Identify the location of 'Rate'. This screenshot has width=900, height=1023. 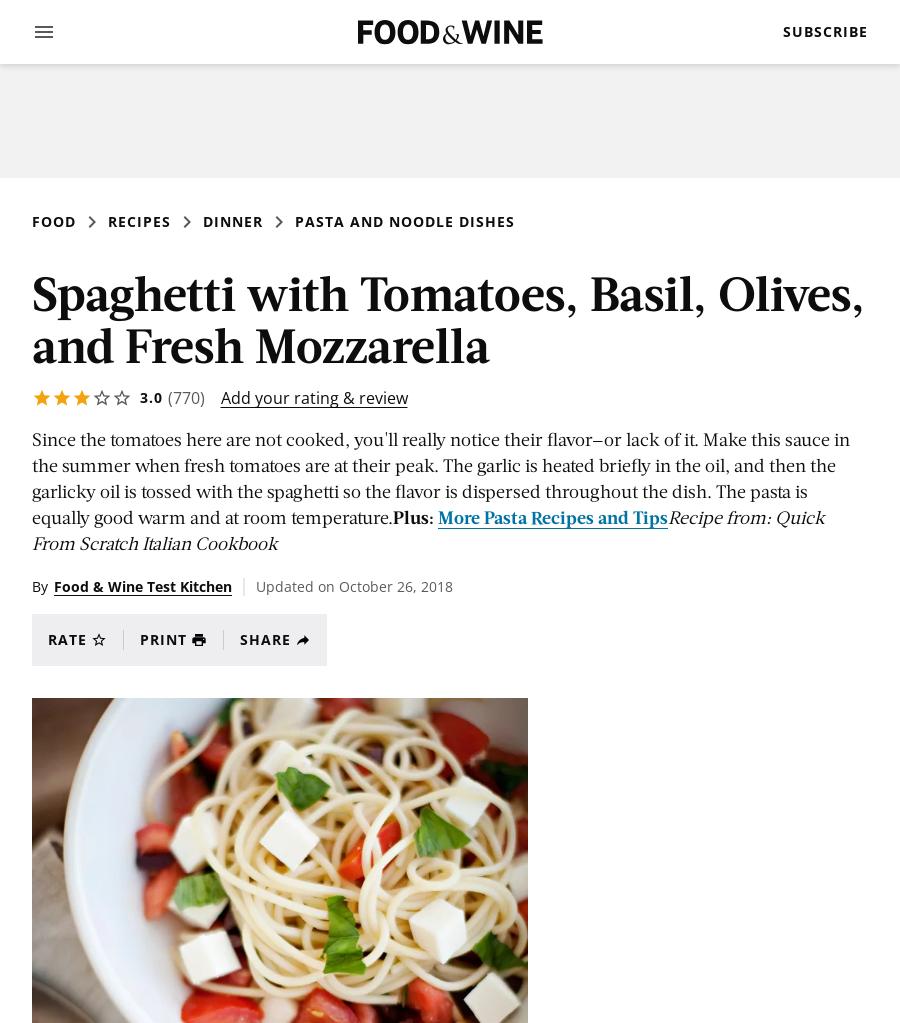
(66, 639).